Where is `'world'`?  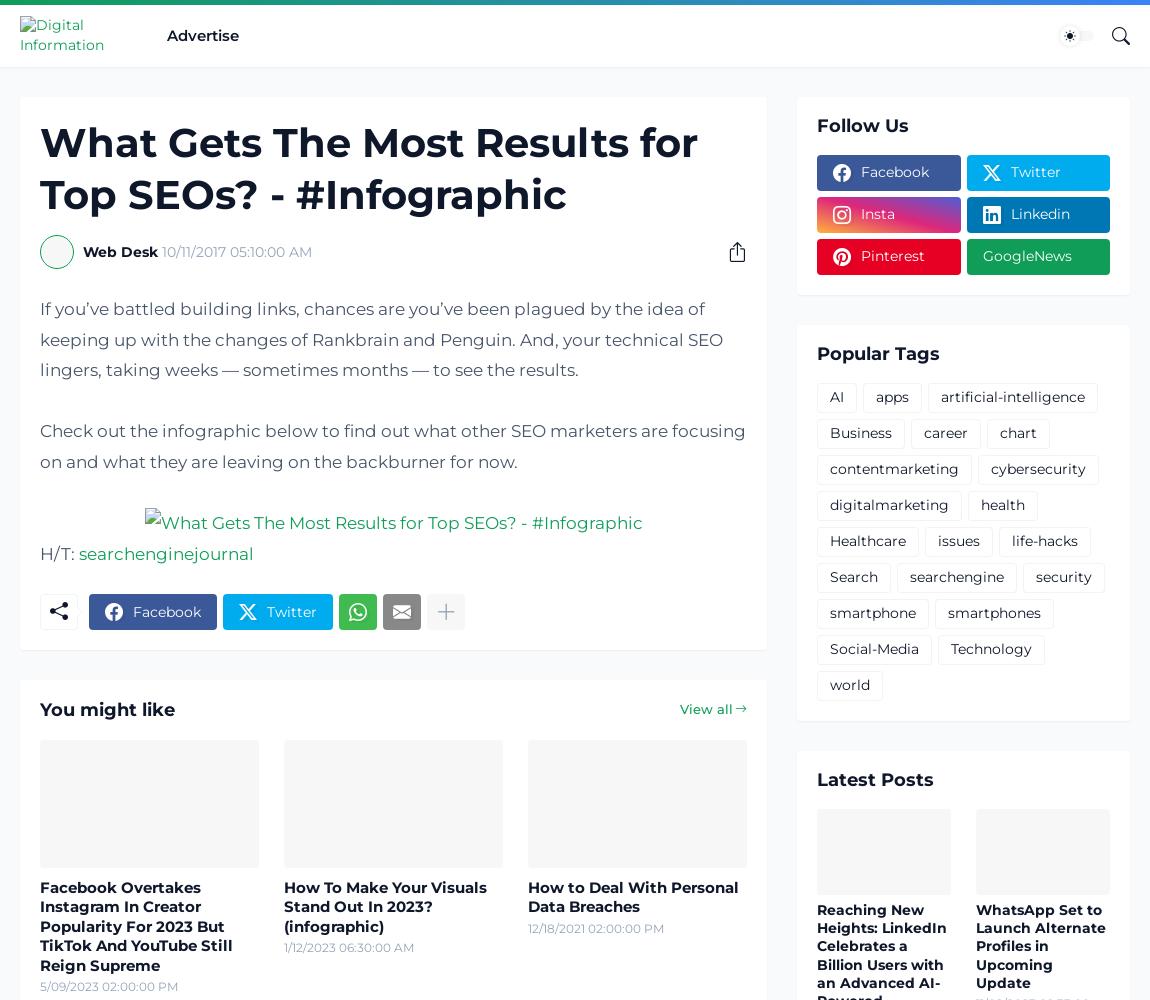
'world' is located at coordinates (848, 685).